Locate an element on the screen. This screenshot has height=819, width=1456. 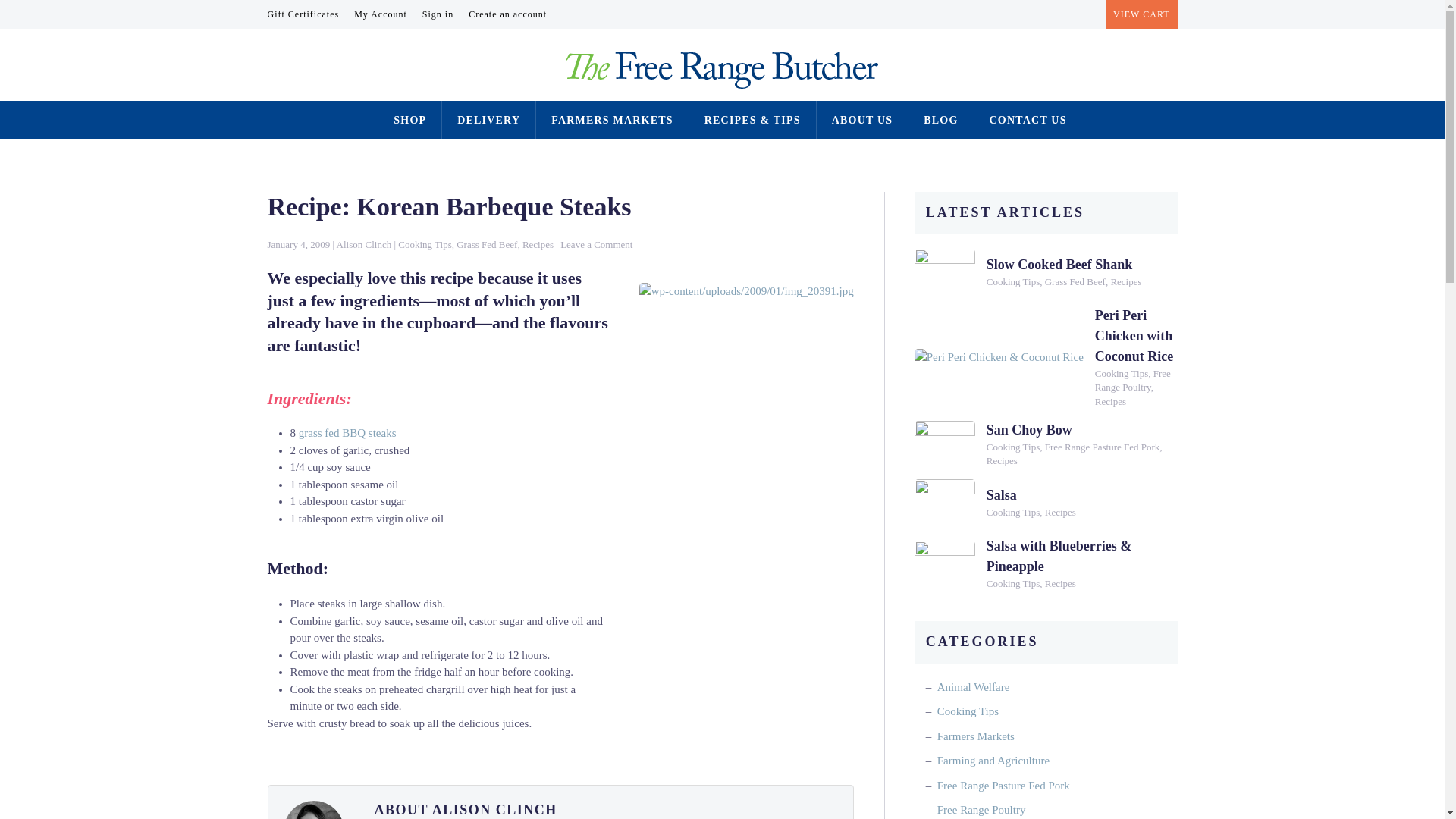
'Slow Cooked Beef Shank' is located at coordinates (1059, 263).